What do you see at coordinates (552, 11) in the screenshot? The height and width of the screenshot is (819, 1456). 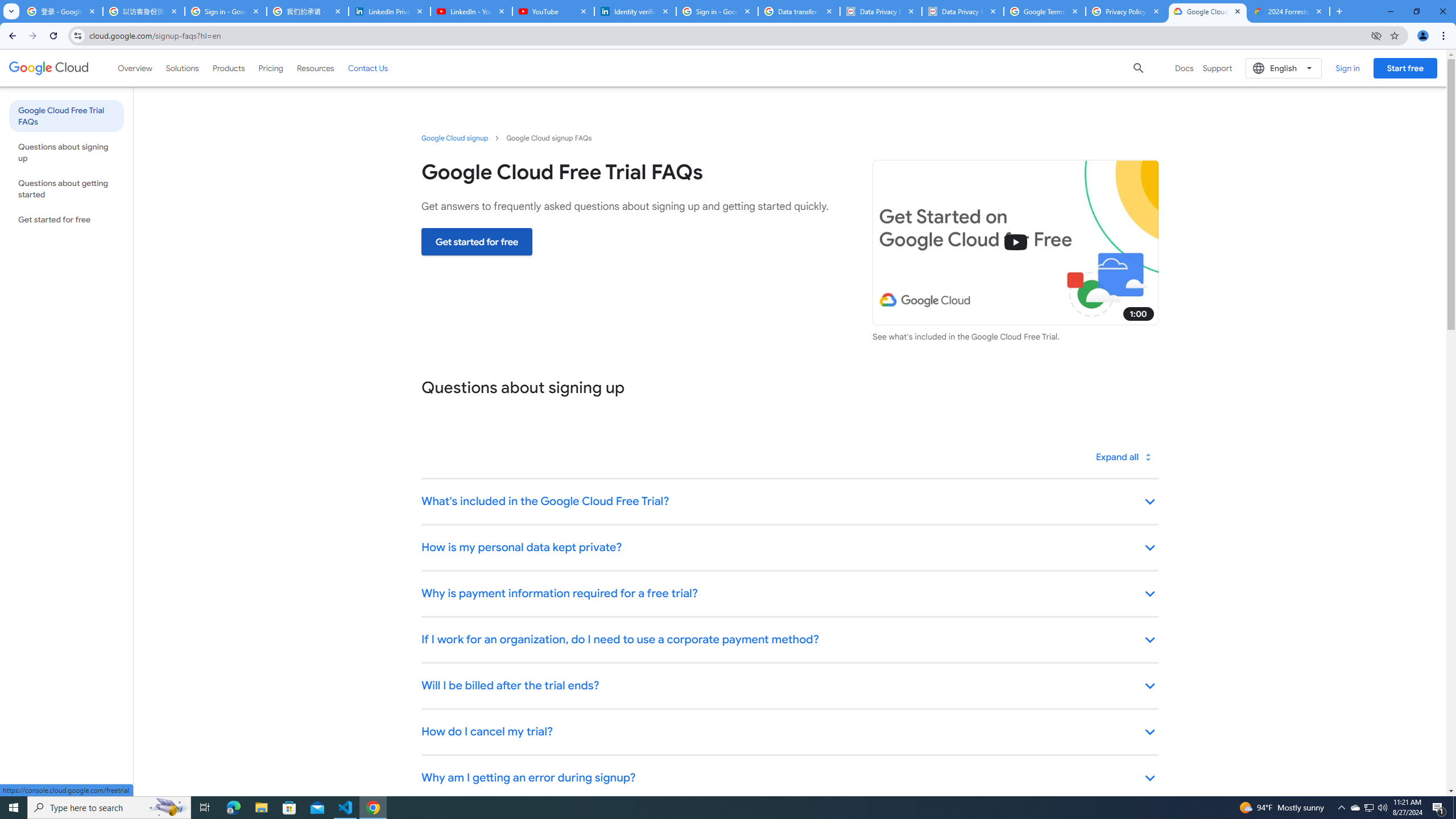 I see `'YouTube'` at bounding box center [552, 11].